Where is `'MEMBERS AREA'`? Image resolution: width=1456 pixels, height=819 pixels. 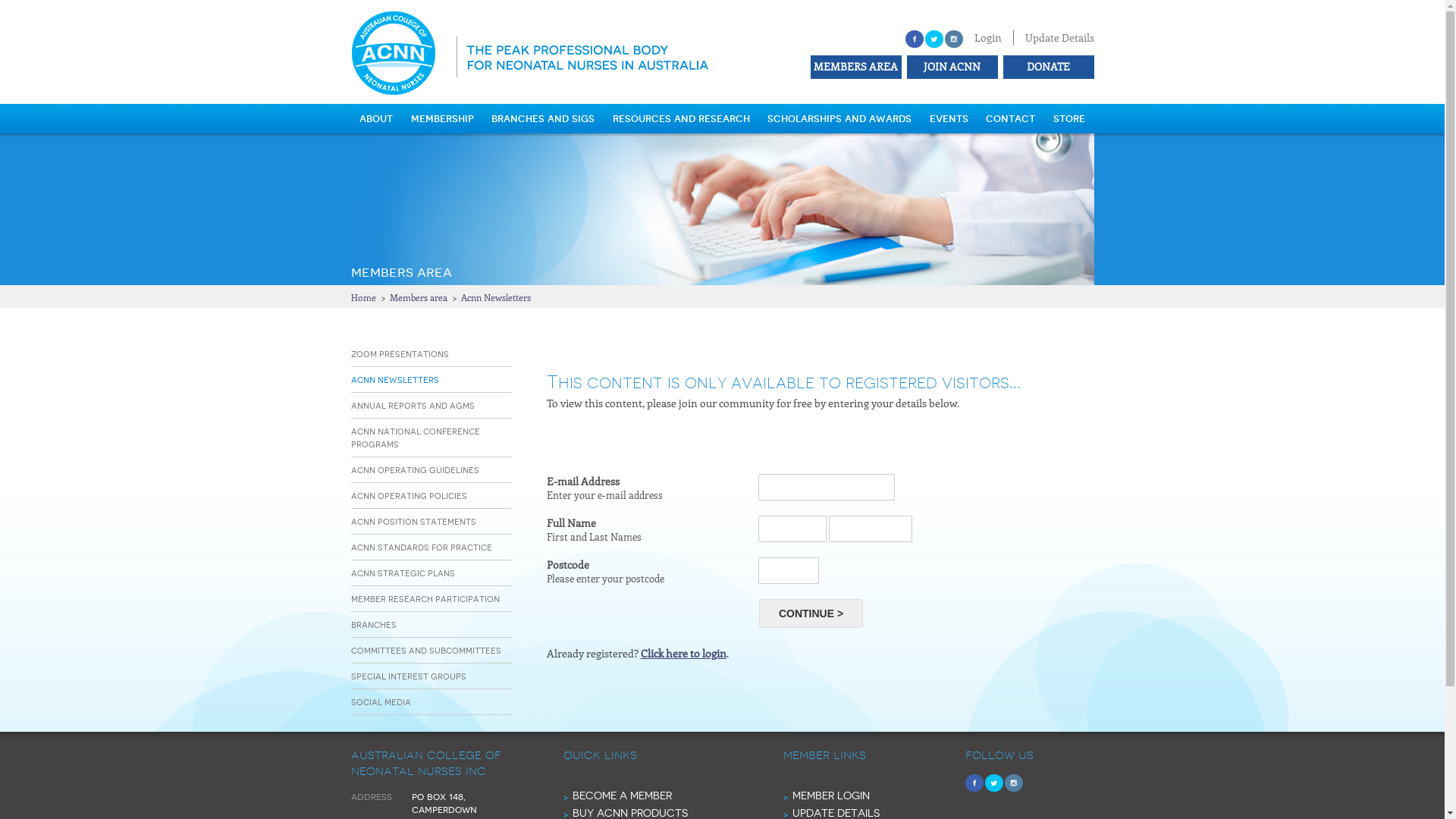
'MEMBERS AREA' is located at coordinates (854, 65).